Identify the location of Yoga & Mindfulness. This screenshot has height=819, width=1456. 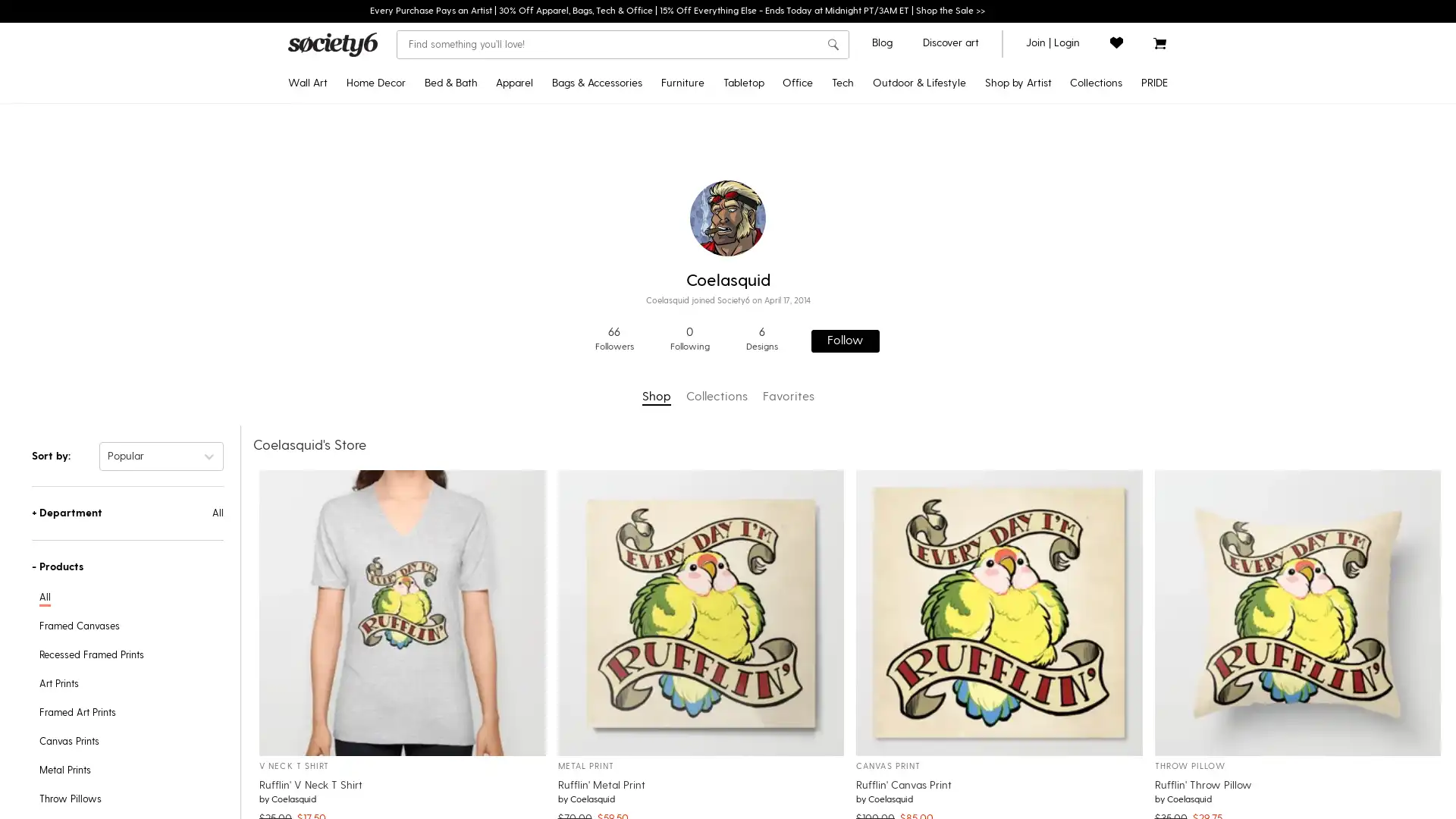
(1040, 366).